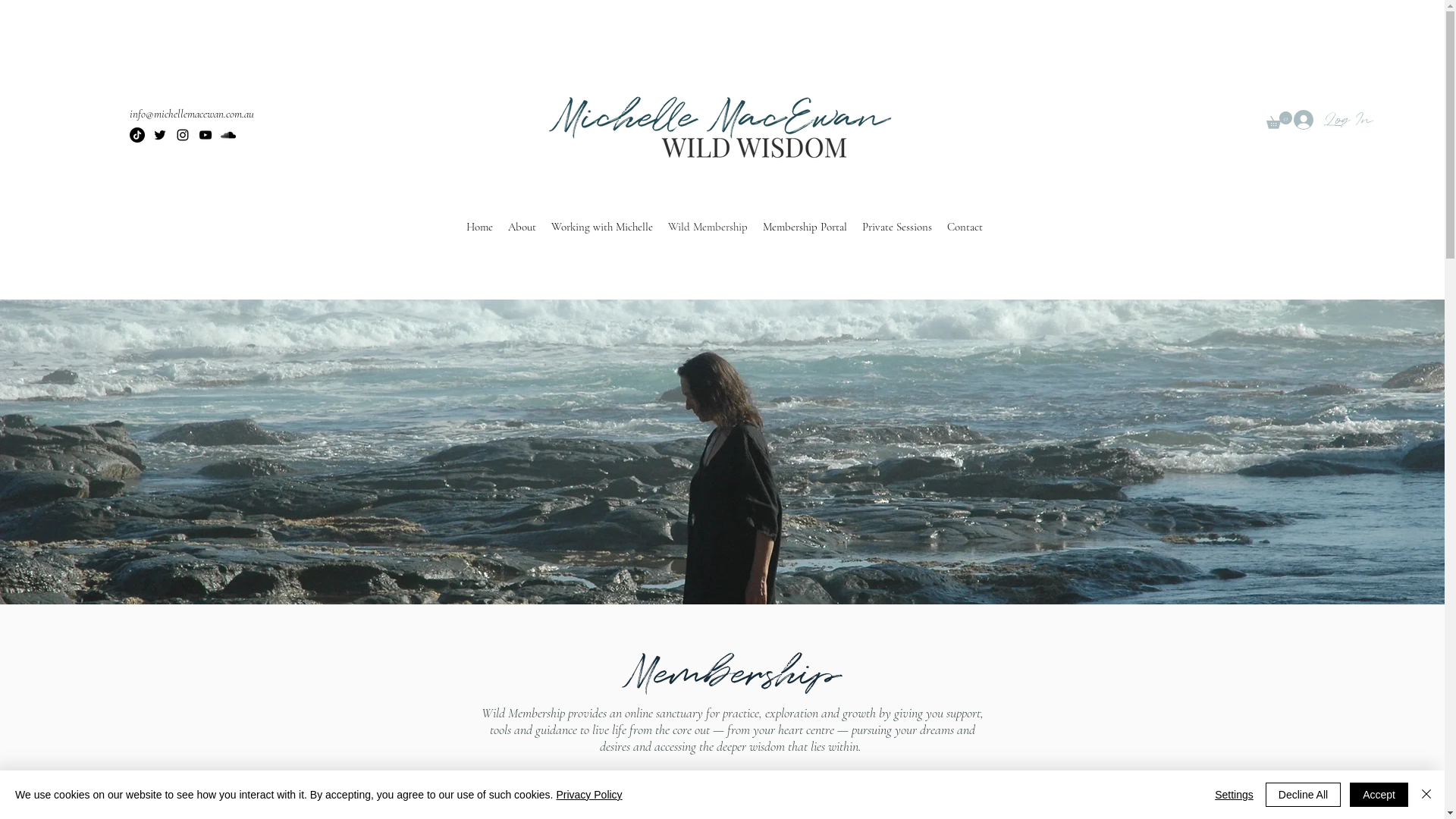 This screenshot has width=1456, height=819. Describe the element at coordinates (964, 227) in the screenshot. I see `'Contact'` at that location.